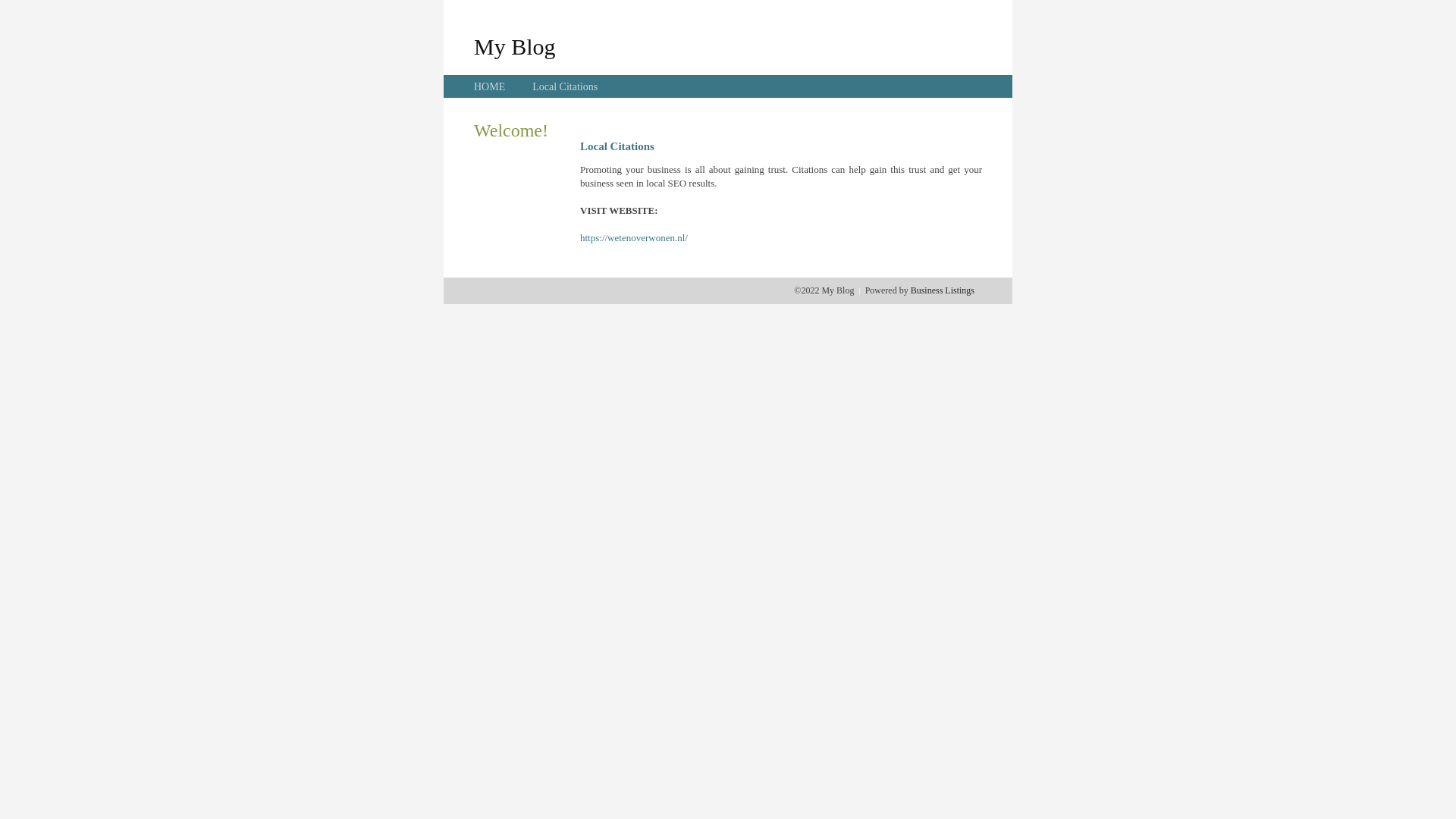 The image size is (1456, 819). I want to click on 'My Blog', so click(514, 45).